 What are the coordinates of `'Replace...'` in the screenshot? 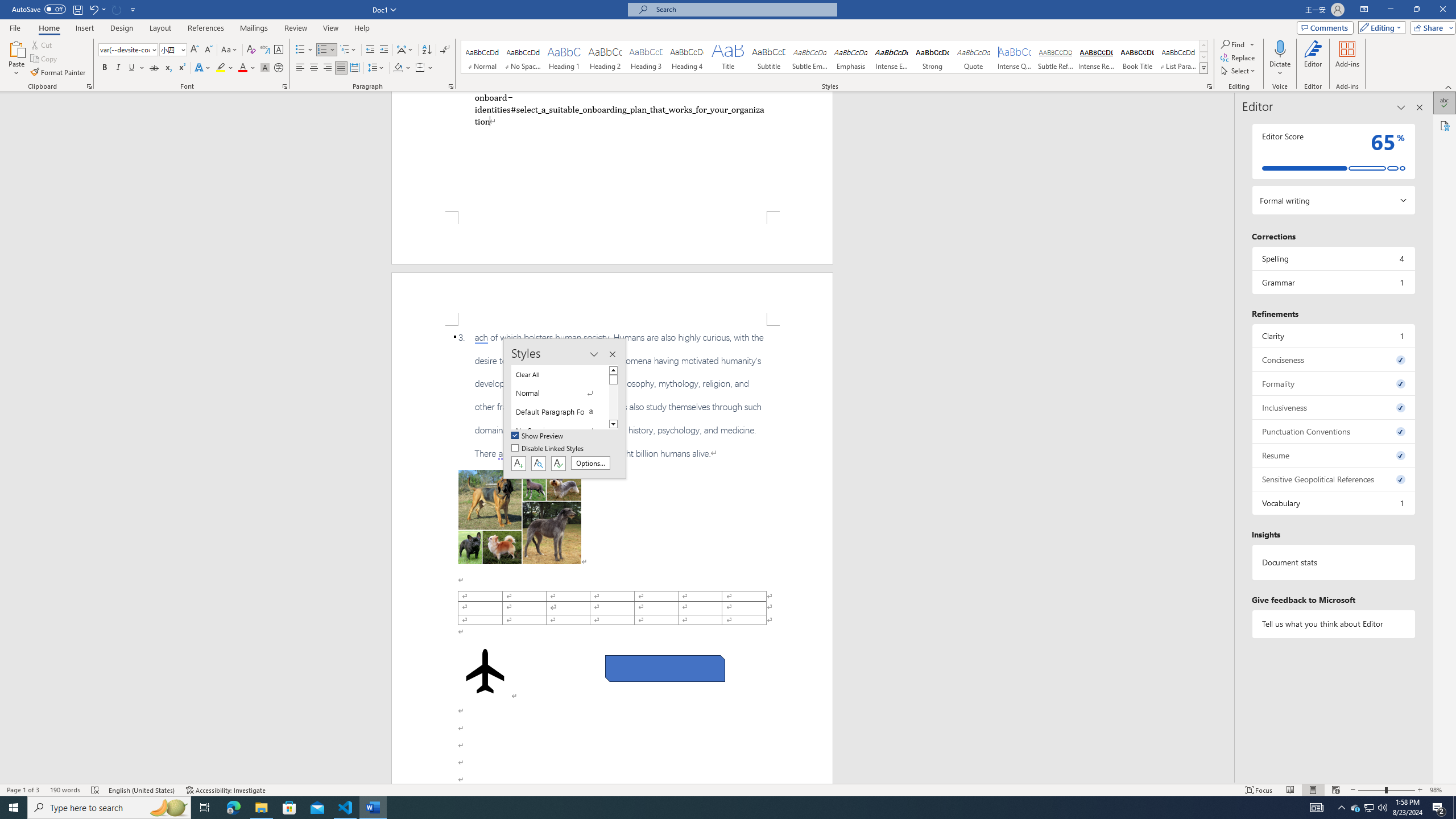 It's located at (1238, 56).